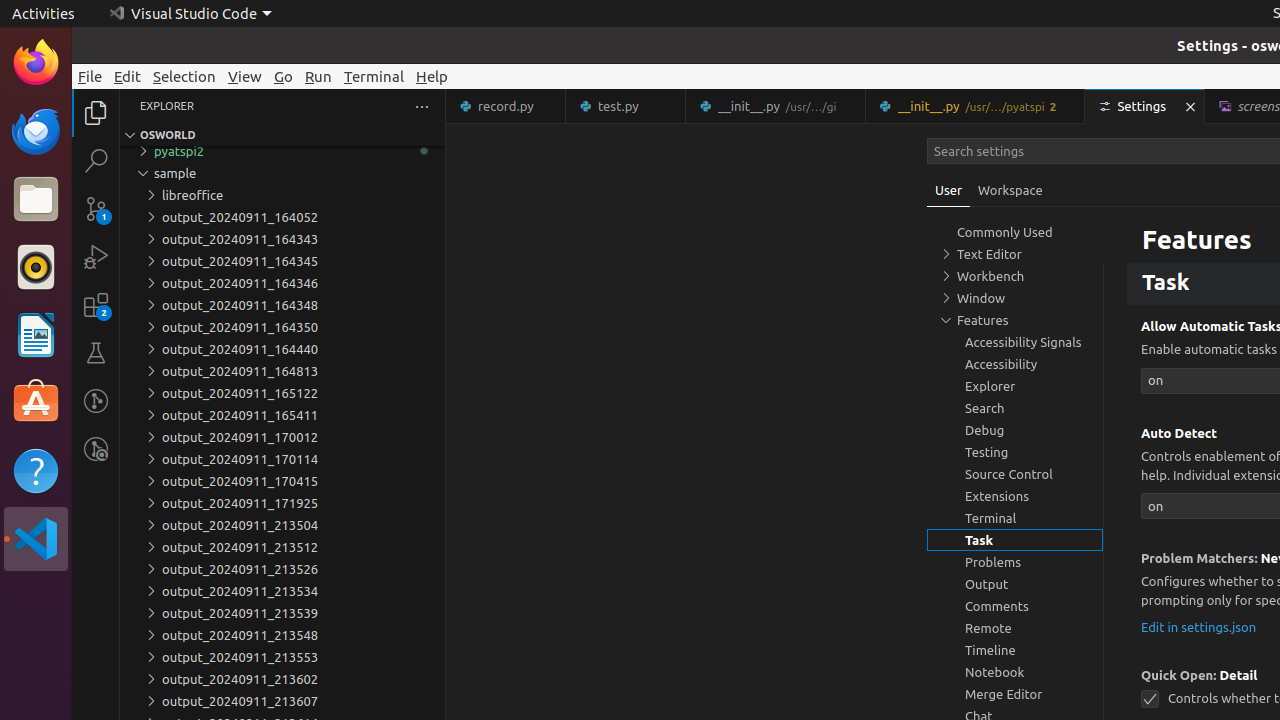 The image size is (1280, 720). I want to click on 'output_20240911_213539', so click(281, 612).